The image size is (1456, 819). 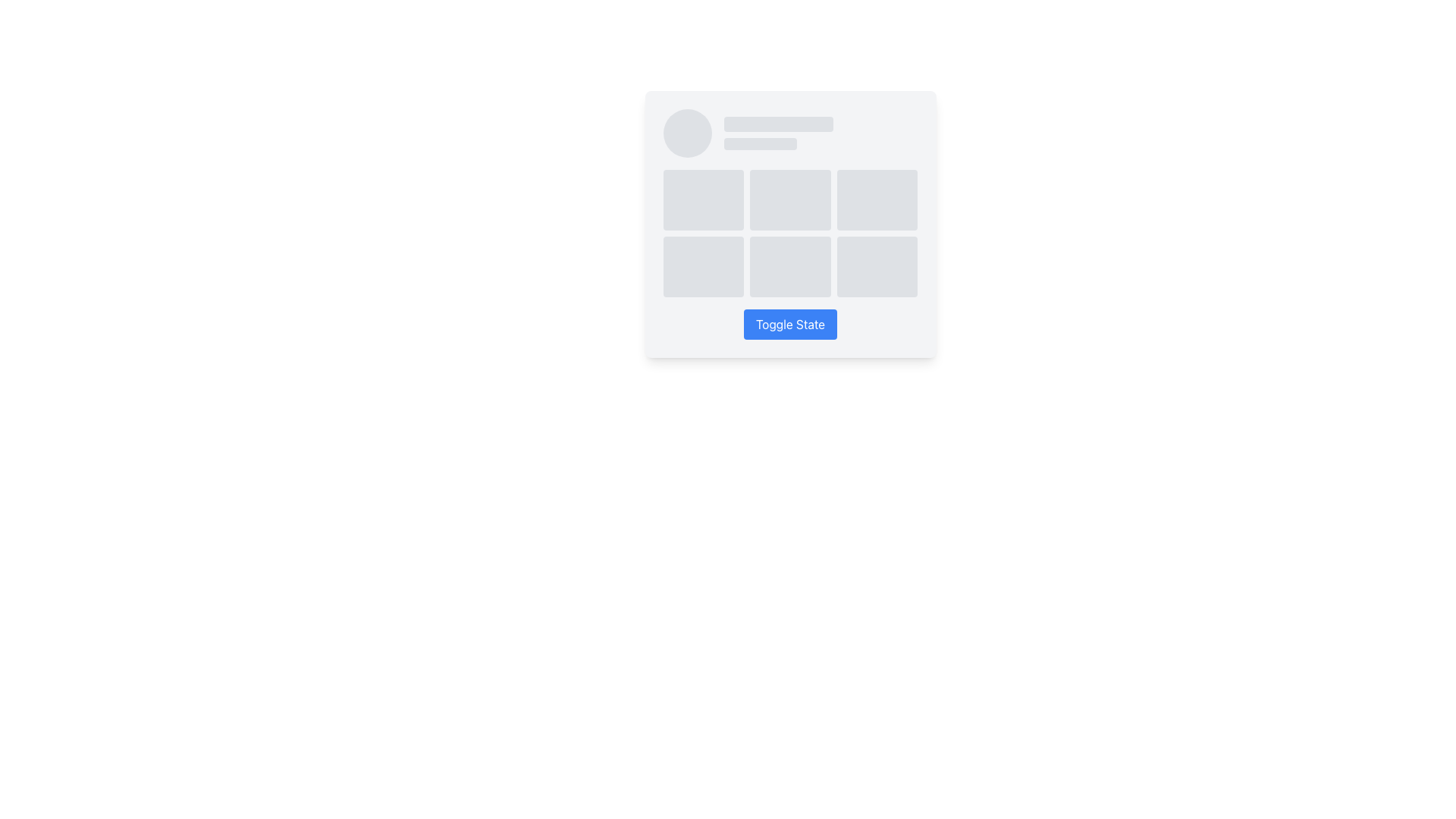 I want to click on the Placeholder Block, which is a rectangular block with a subtle gray background and rounded corners, positioned as the fourth item in a 3x2 grid layout, so click(x=702, y=265).